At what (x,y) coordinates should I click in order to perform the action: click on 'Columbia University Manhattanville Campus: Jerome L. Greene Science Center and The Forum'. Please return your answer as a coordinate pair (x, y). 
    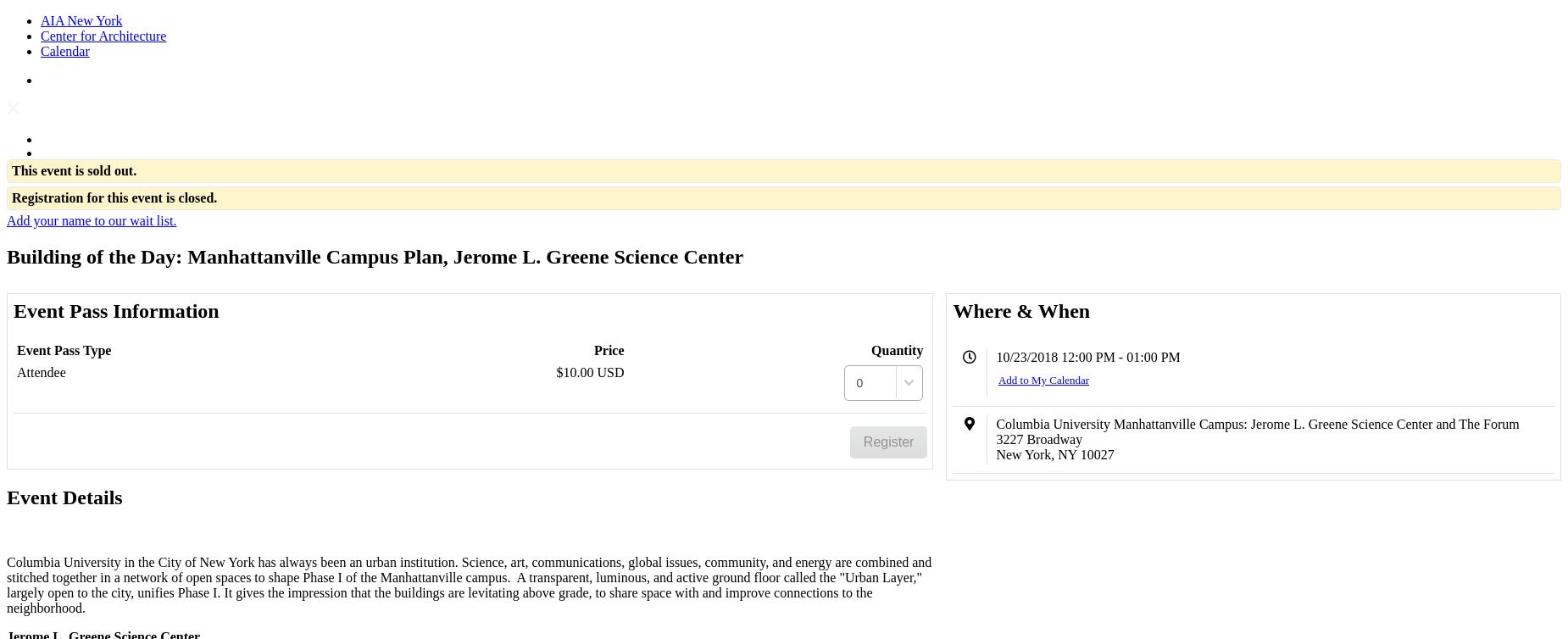
    Looking at the image, I should click on (1257, 423).